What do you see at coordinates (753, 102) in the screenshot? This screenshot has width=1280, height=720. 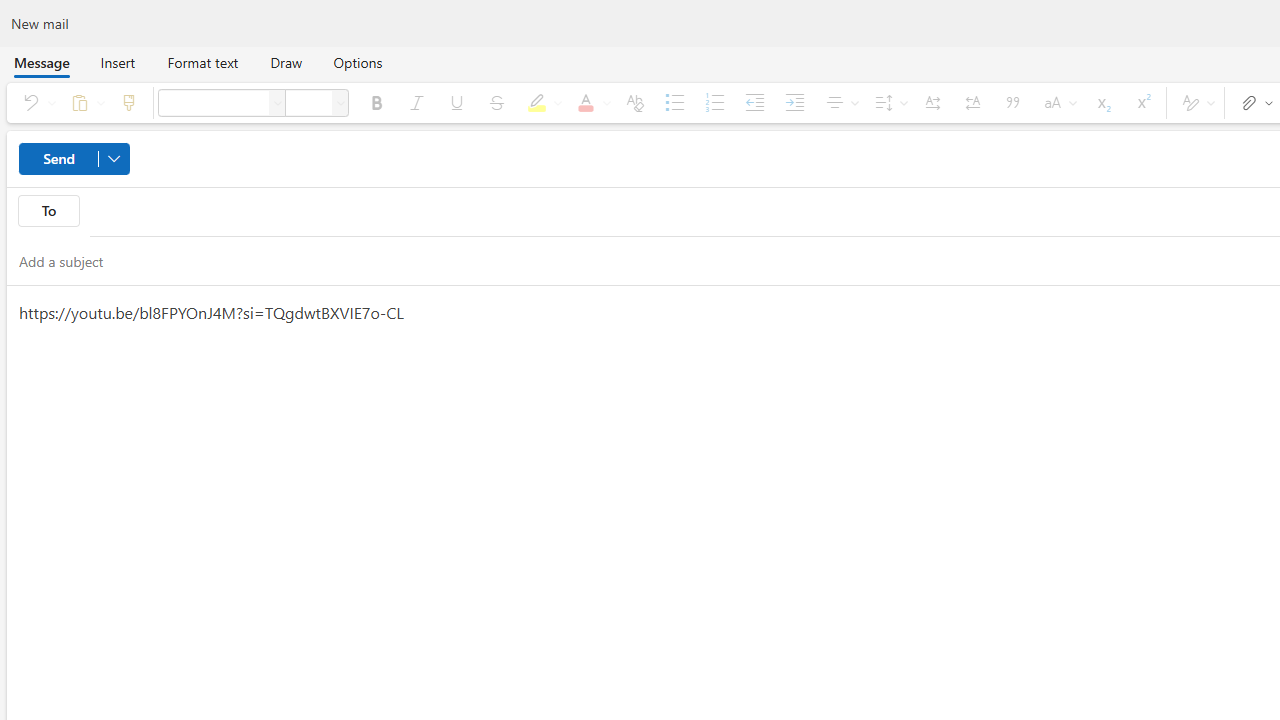 I see `'Decrease indent'` at bounding box center [753, 102].